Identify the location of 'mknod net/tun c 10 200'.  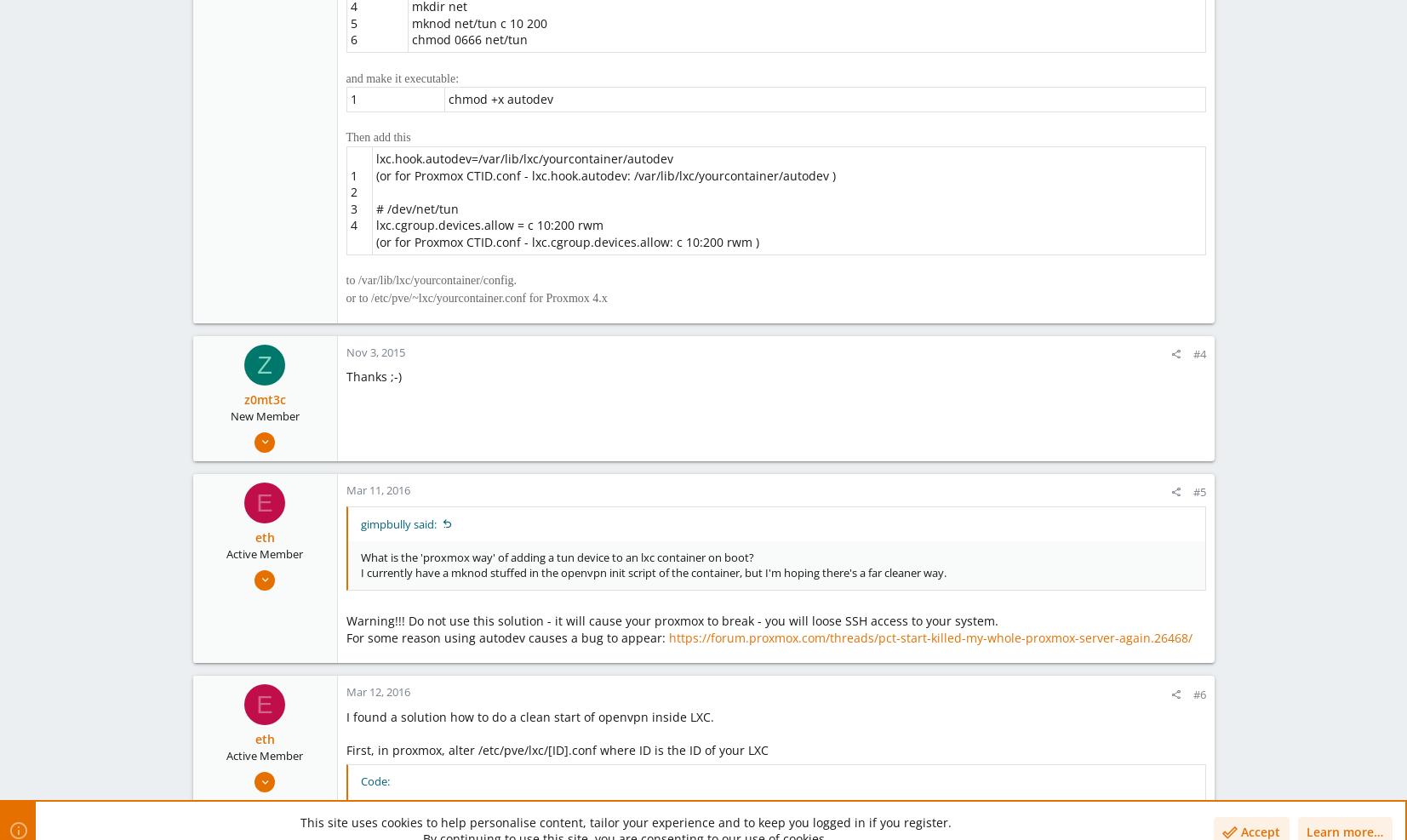
(478, 21).